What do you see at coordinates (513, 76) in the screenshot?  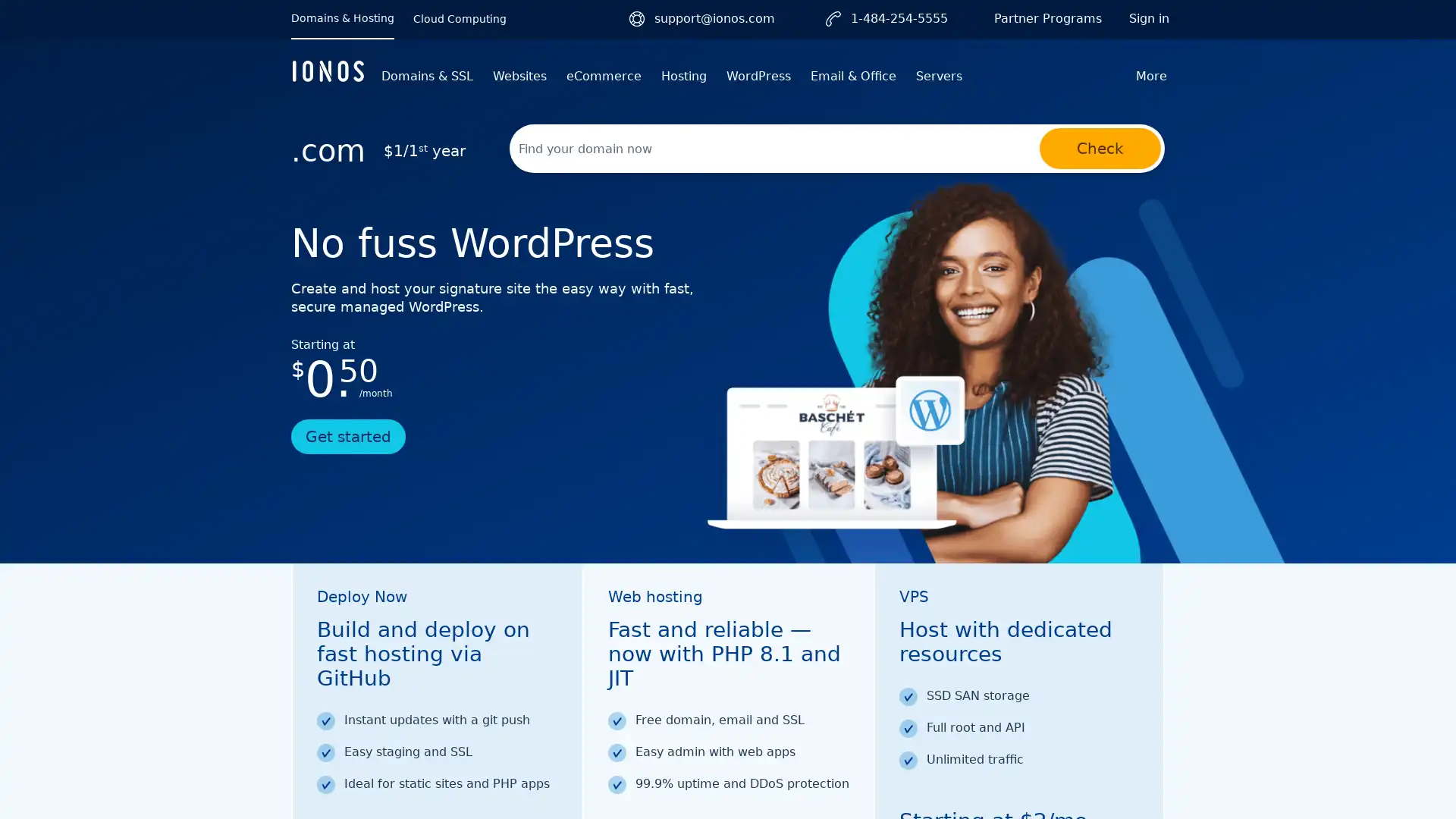 I see `Websites` at bounding box center [513, 76].